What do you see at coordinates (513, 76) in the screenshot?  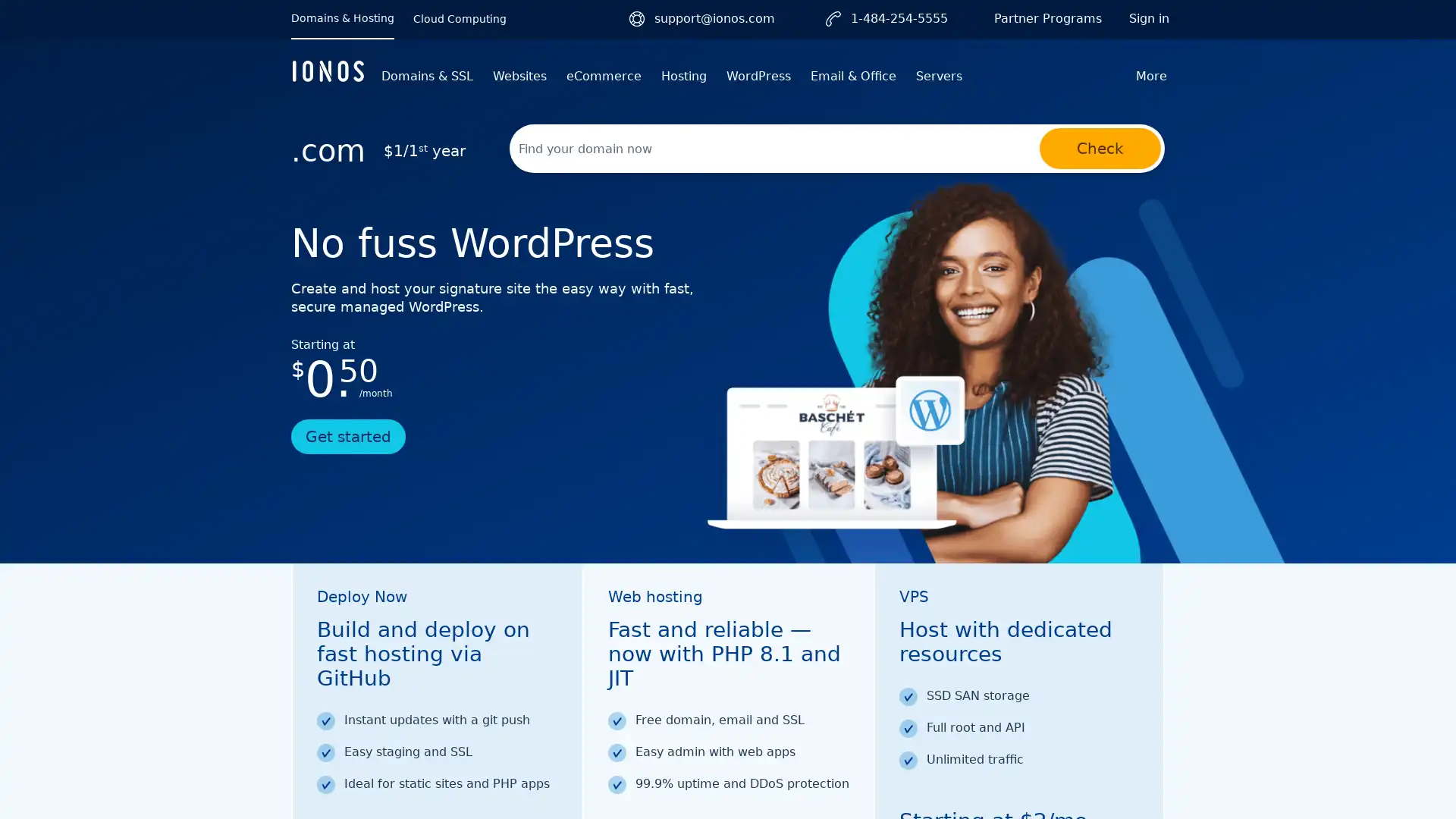 I see `Websites` at bounding box center [513, 76].